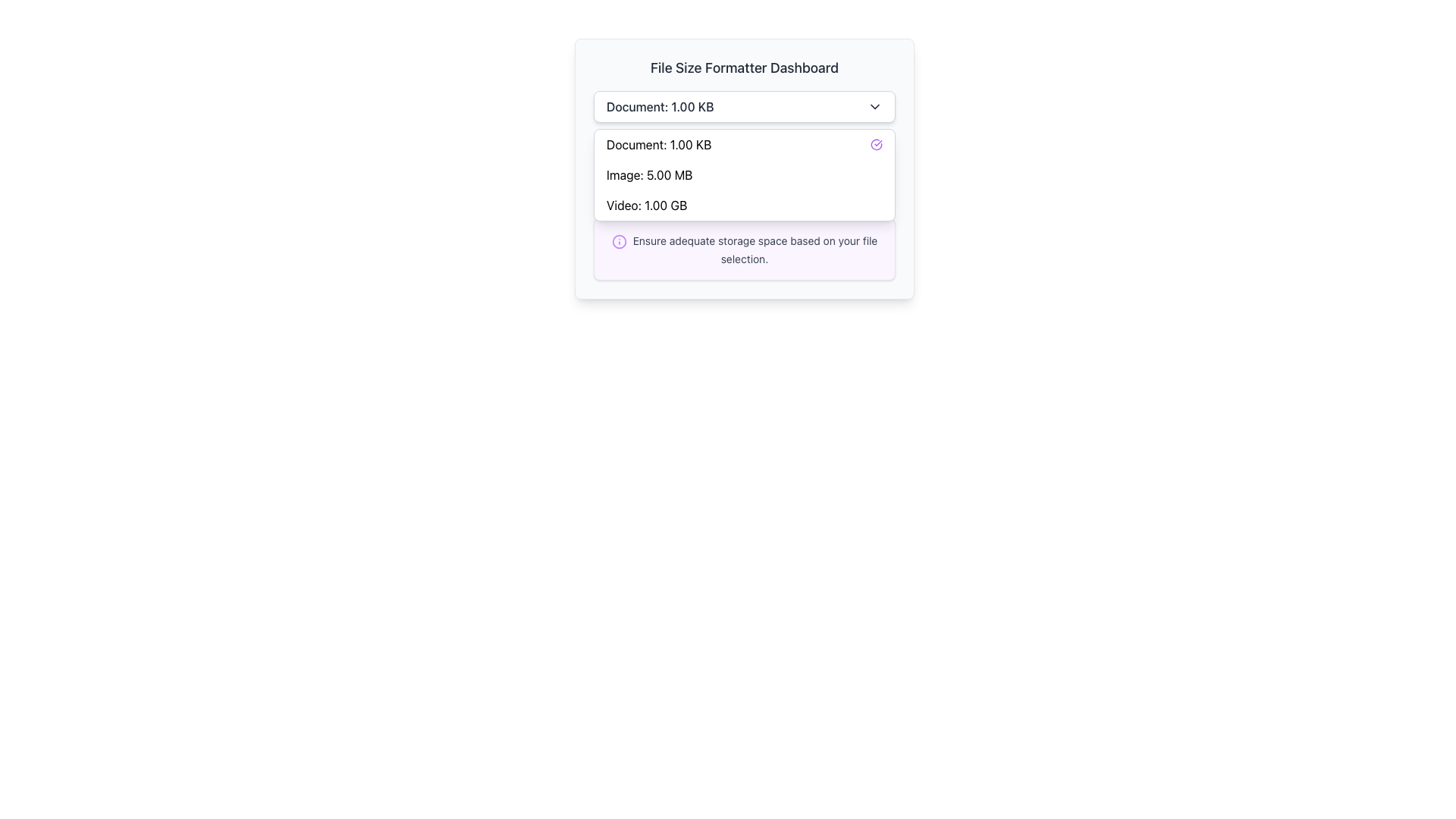 Image resolution: width=1456 pixels, height=819 pixels. What do you see at coordinates (745, 205) in the screenshot?
I see `the list item displaying 'Video: 1.00 GB' in the dropdown menu under 'File Size Formatter Dashboard'` at bounding box center [745, 205].